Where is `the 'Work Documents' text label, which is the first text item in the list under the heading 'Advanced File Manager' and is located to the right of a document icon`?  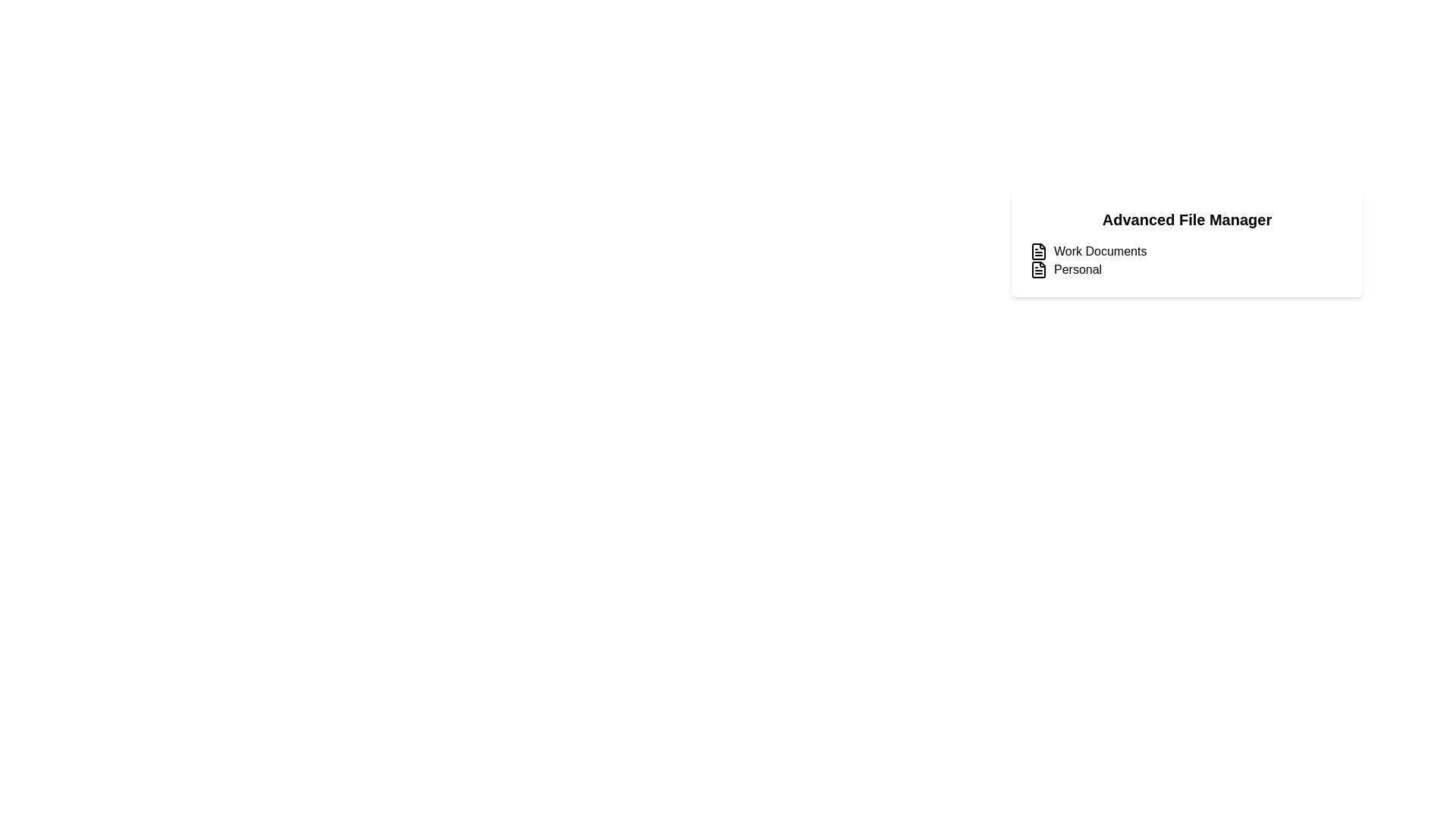 the 'Work Documents' text label, which is the first text item in the list under the heading 'Advanced File Manager' and is located to the right of a document icon is located at coordinates (1100, 250).